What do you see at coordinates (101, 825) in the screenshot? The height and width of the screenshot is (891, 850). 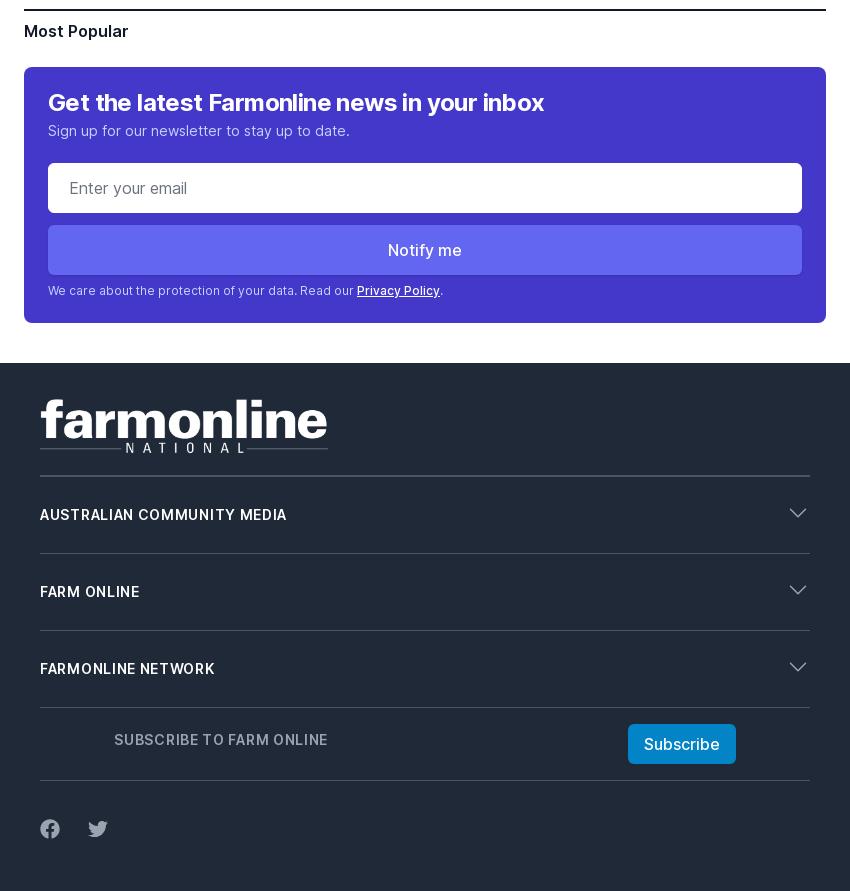 I see `'Livestock Connect'` at bounding box center [101, 825].